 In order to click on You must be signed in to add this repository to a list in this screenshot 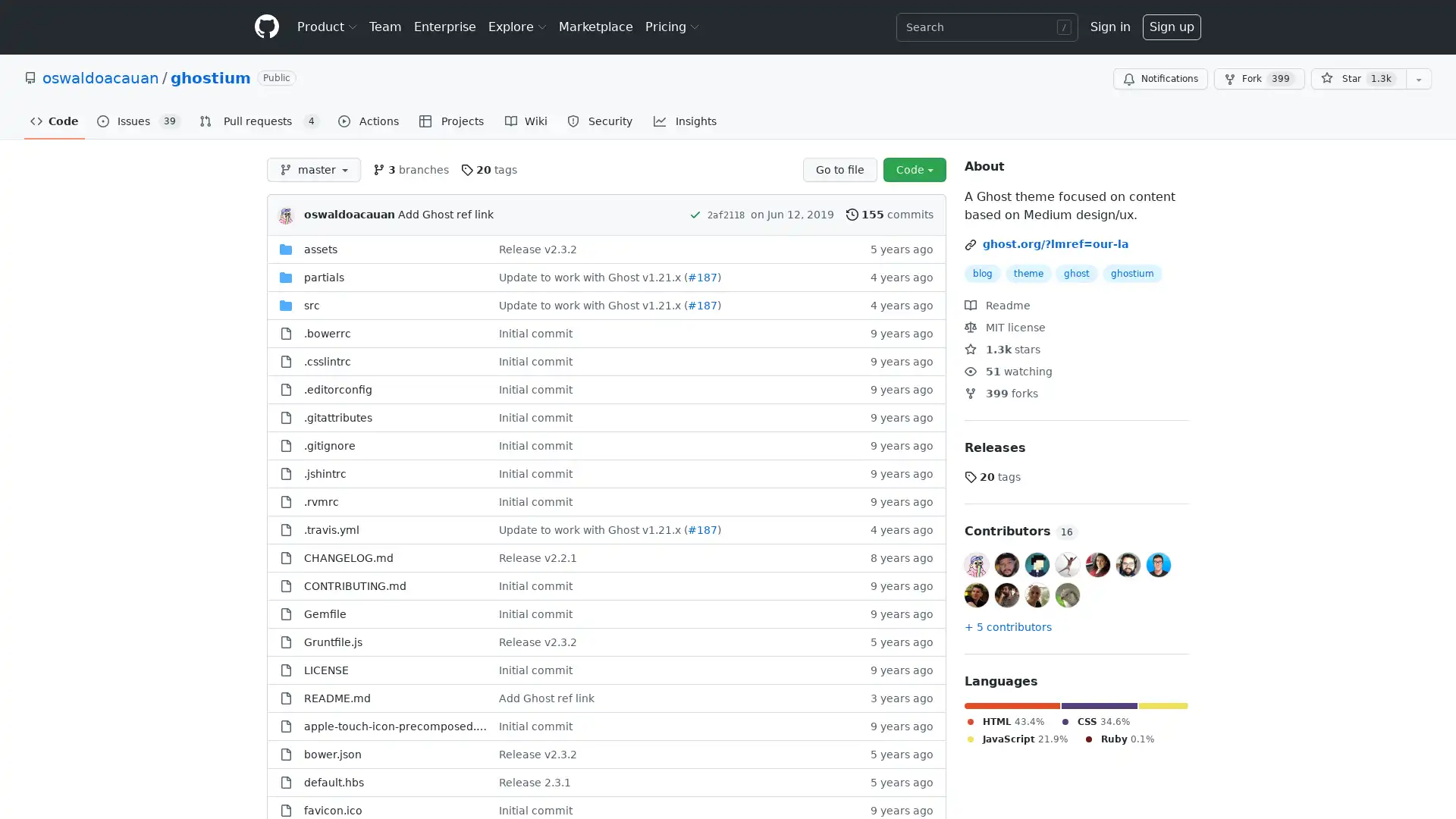, I will do `click(1418, 79)`.